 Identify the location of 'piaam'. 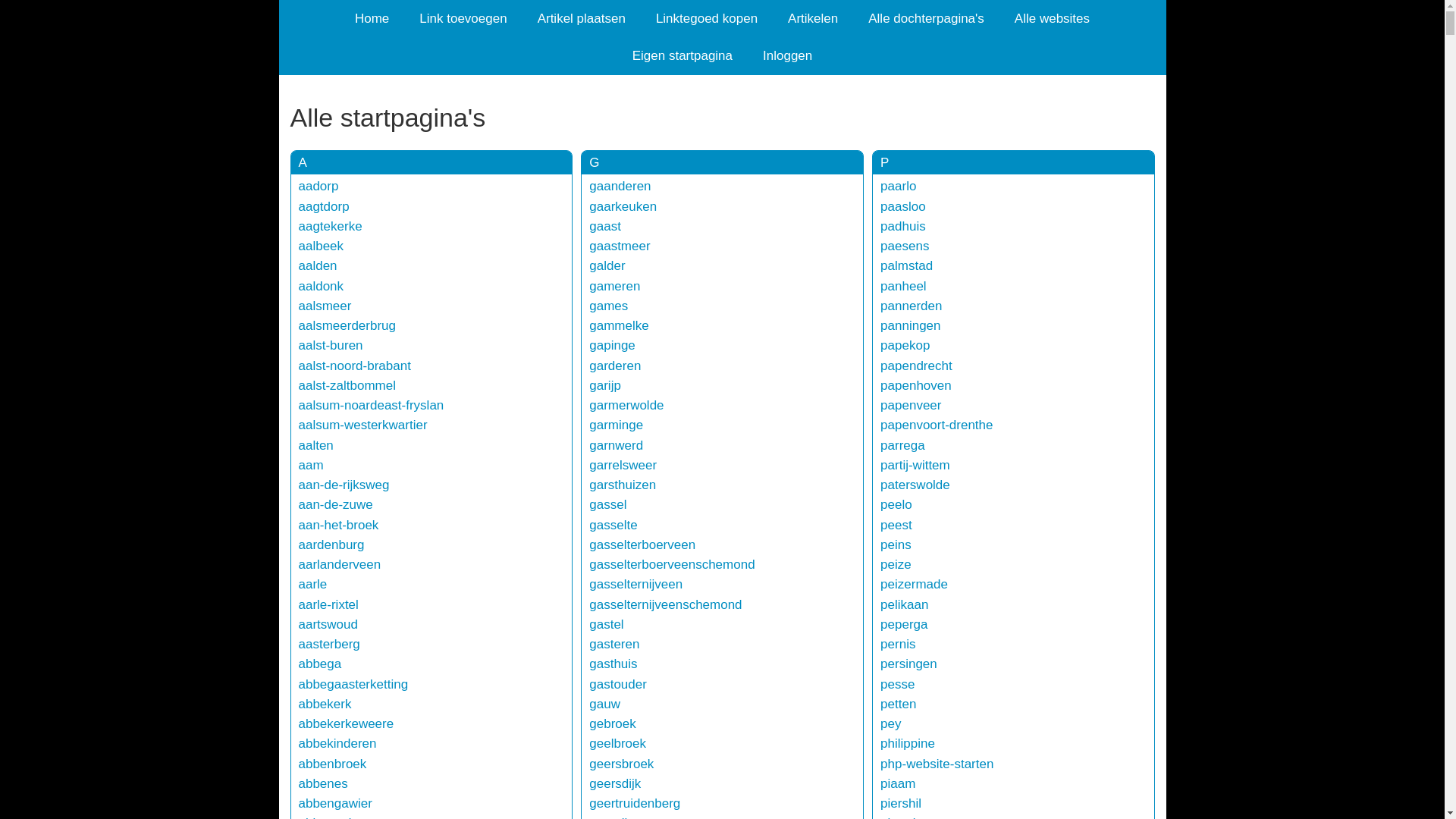
(898, 783).